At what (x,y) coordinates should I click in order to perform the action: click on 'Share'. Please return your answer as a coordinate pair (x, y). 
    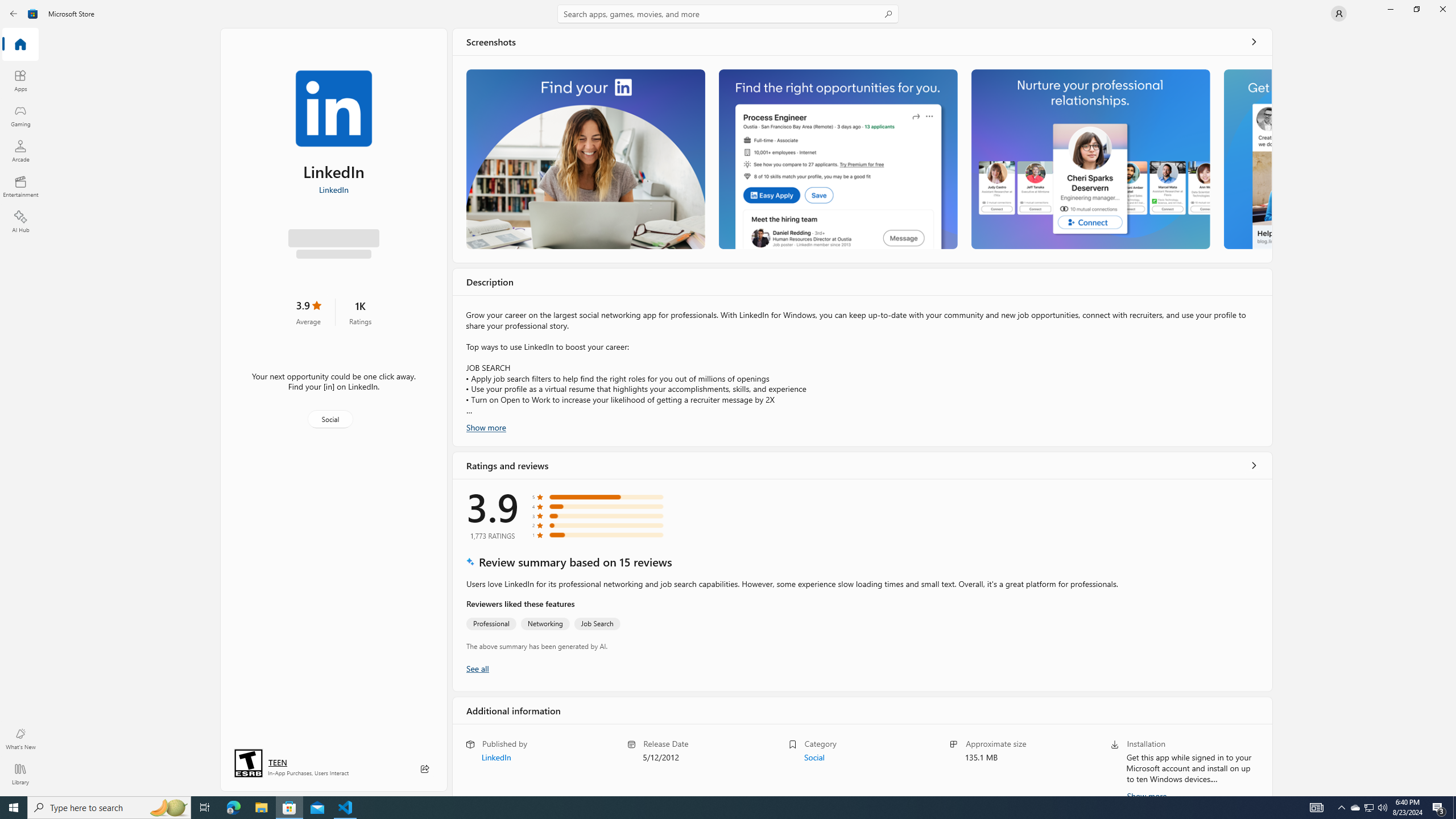
    Looking at the image, I should click on (424, 768).